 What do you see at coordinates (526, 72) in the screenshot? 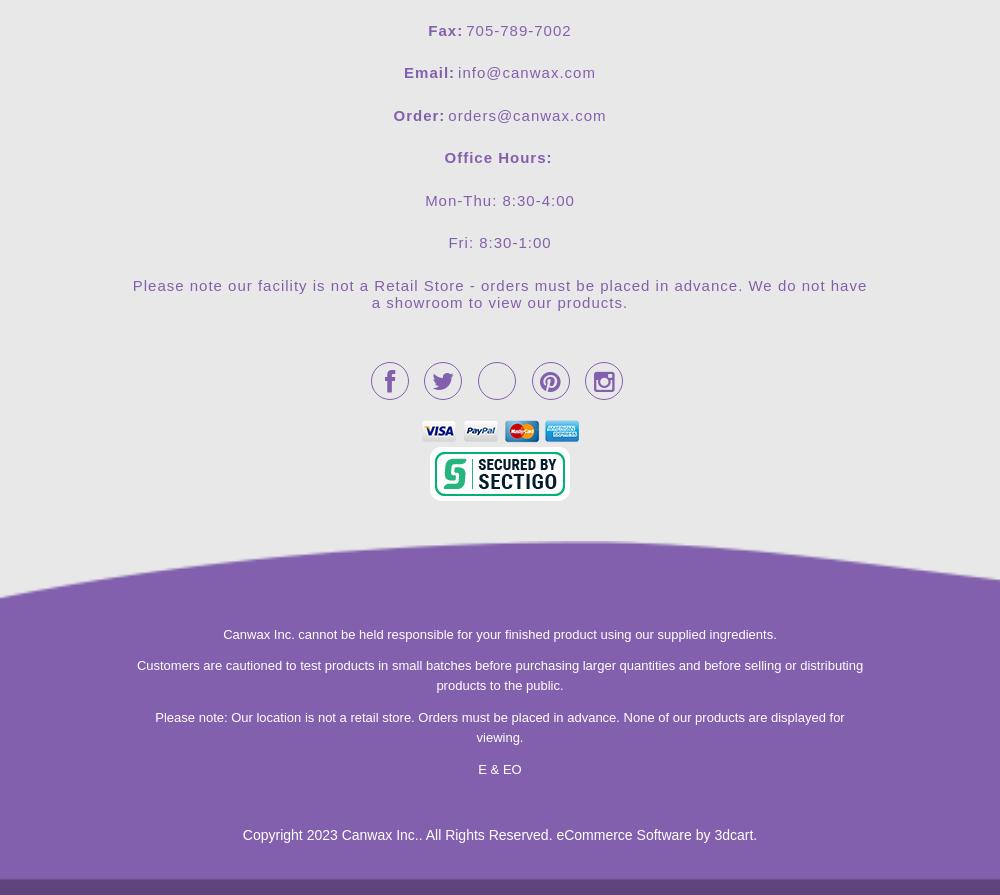
I see `'info@canwax.com'` at bounding box center [526, 72].